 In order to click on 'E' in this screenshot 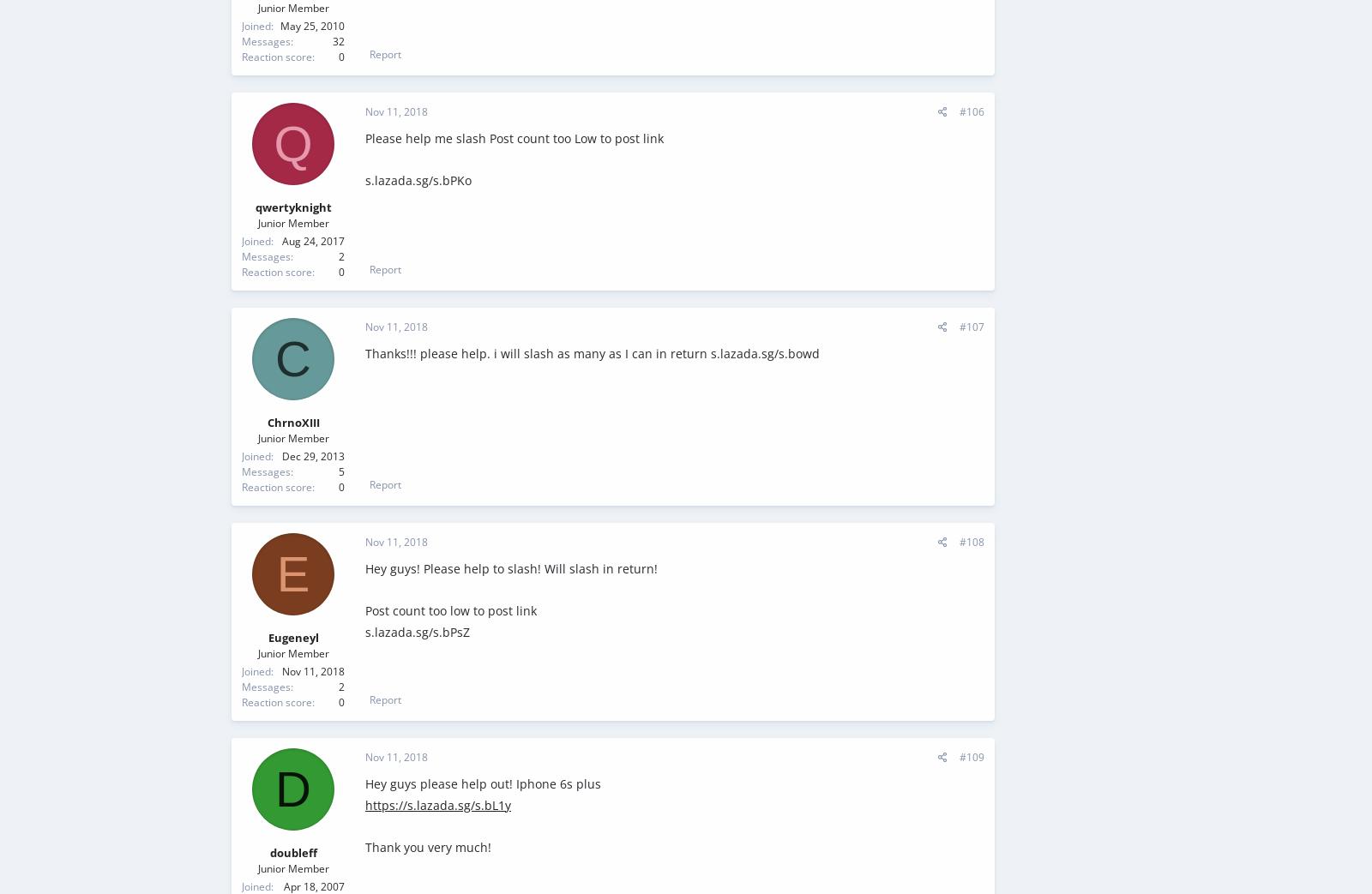, I will do `click(276, 573)`.